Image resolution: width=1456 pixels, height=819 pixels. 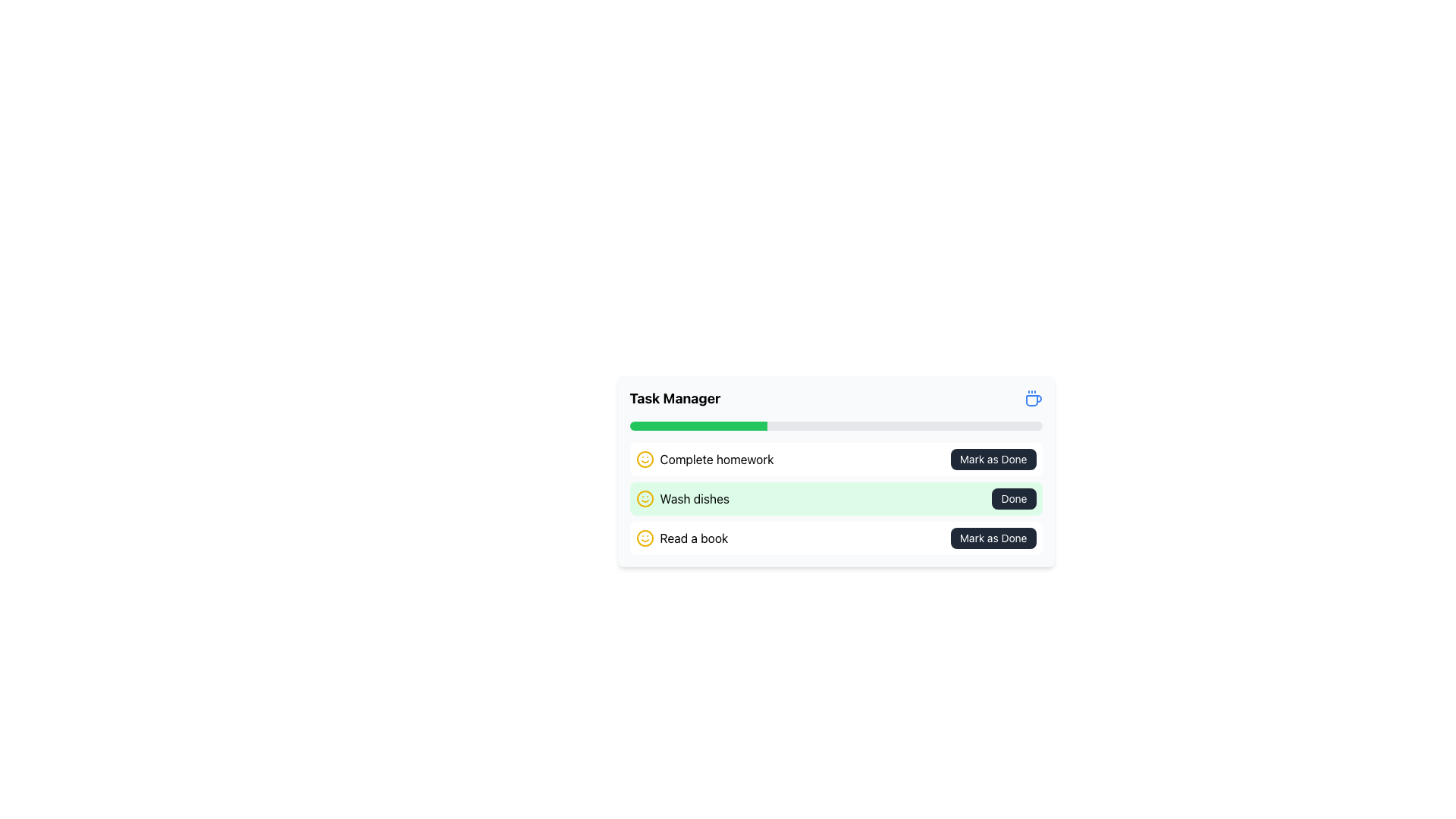 I want to click on the status of the task row indicating completion of 'Wash dishes' in the Task Manager, which is the second row in the task list, so click(x=835, y=499).